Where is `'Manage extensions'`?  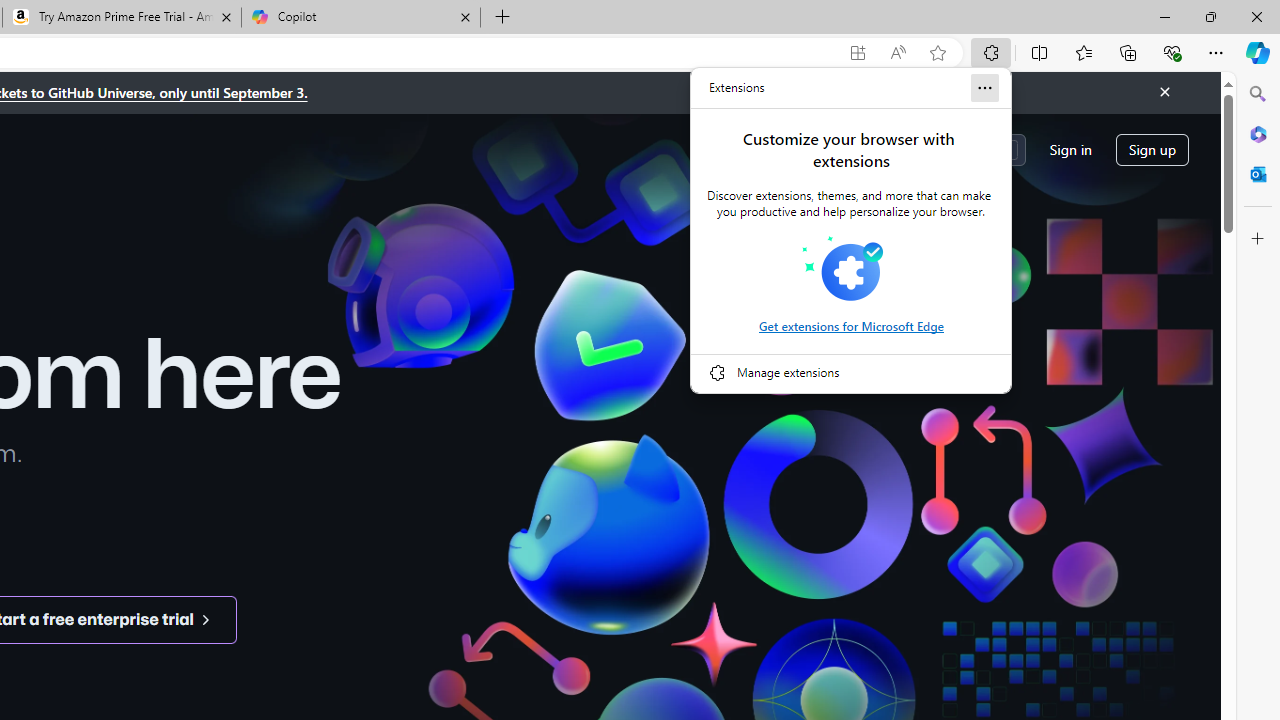 'Manage extensions' is located at coordinates (851, 372).